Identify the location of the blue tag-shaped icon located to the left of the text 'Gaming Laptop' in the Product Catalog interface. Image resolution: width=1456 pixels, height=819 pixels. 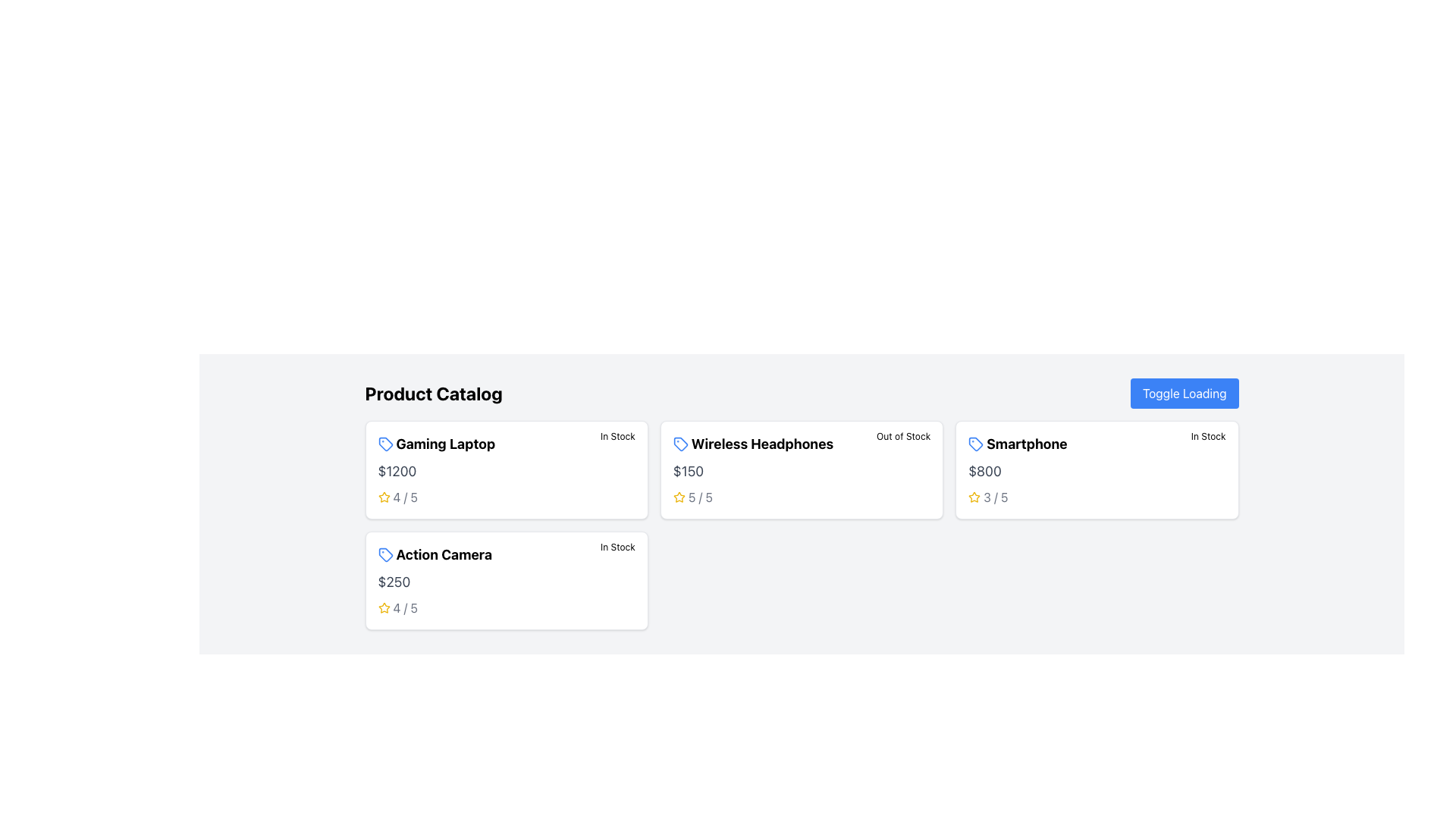
(385, 444).